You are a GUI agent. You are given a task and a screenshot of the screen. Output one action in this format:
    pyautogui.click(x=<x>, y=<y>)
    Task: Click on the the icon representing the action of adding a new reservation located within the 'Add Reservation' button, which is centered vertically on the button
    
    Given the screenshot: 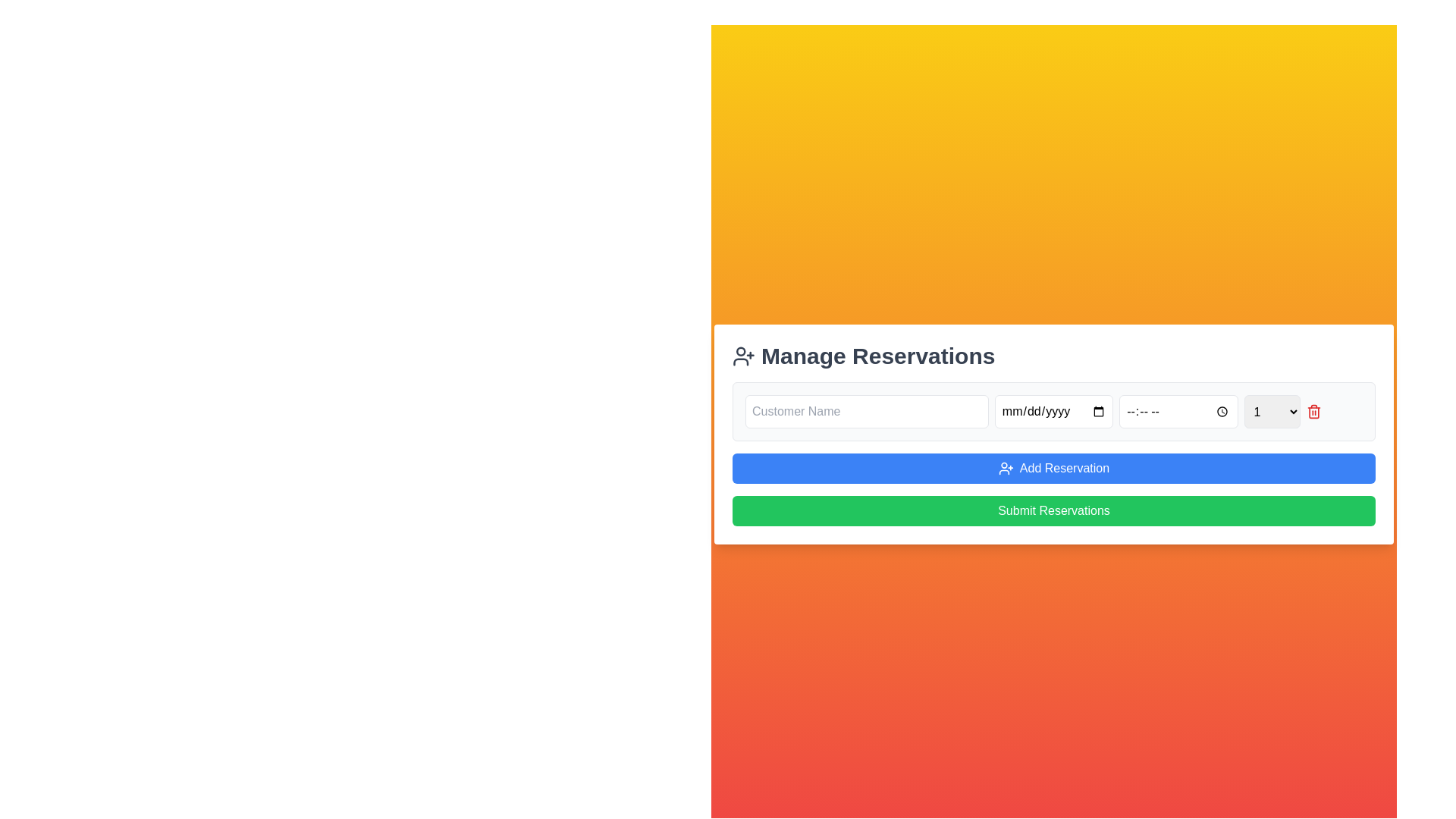 What is the action you would take?
    pyautogui.click(x=1006, y=467)
    